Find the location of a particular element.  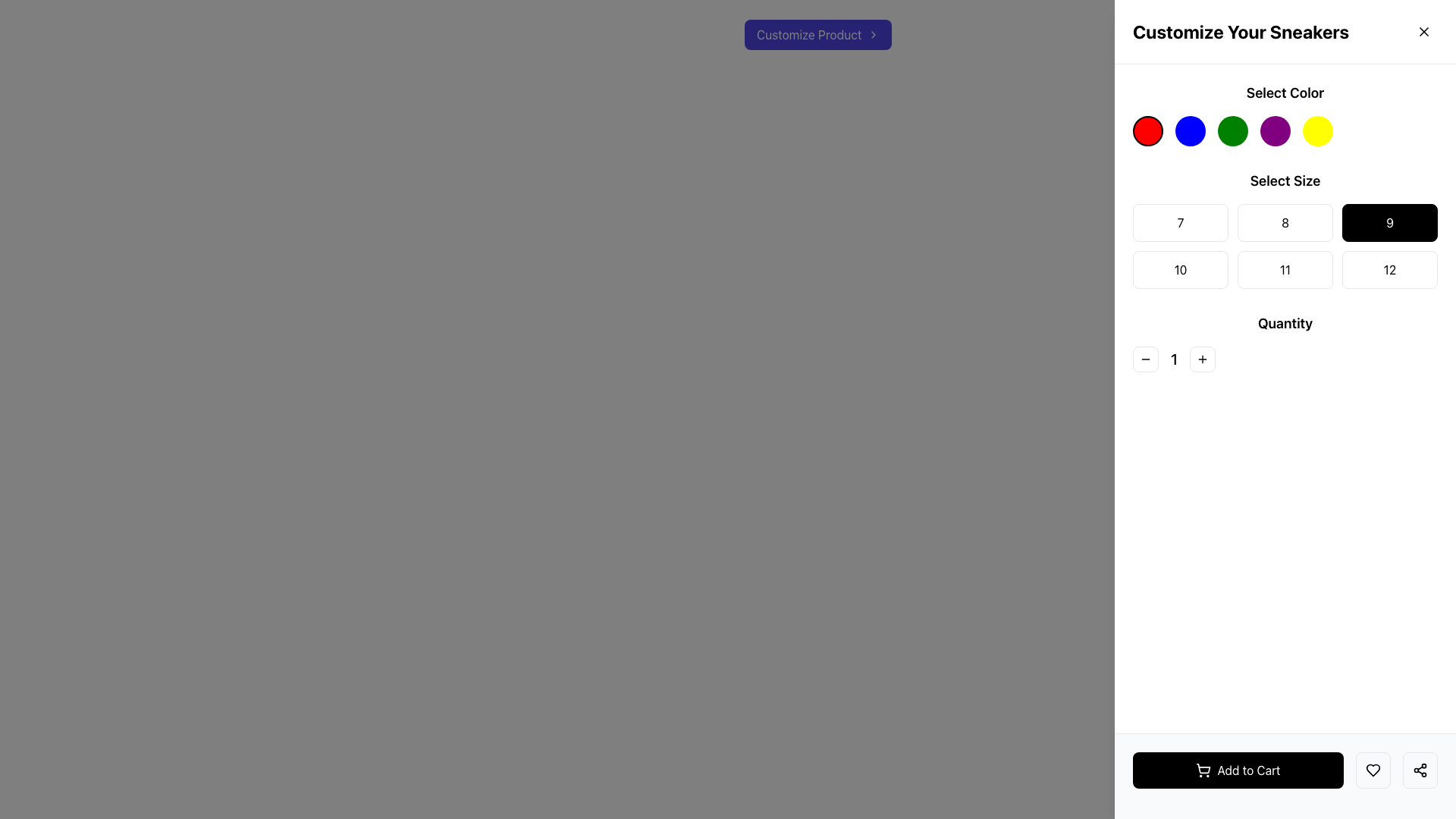

the color swatch selector located on the right-side panel, directly below the 'Select Color' text is located at coordinates (1284, 113).